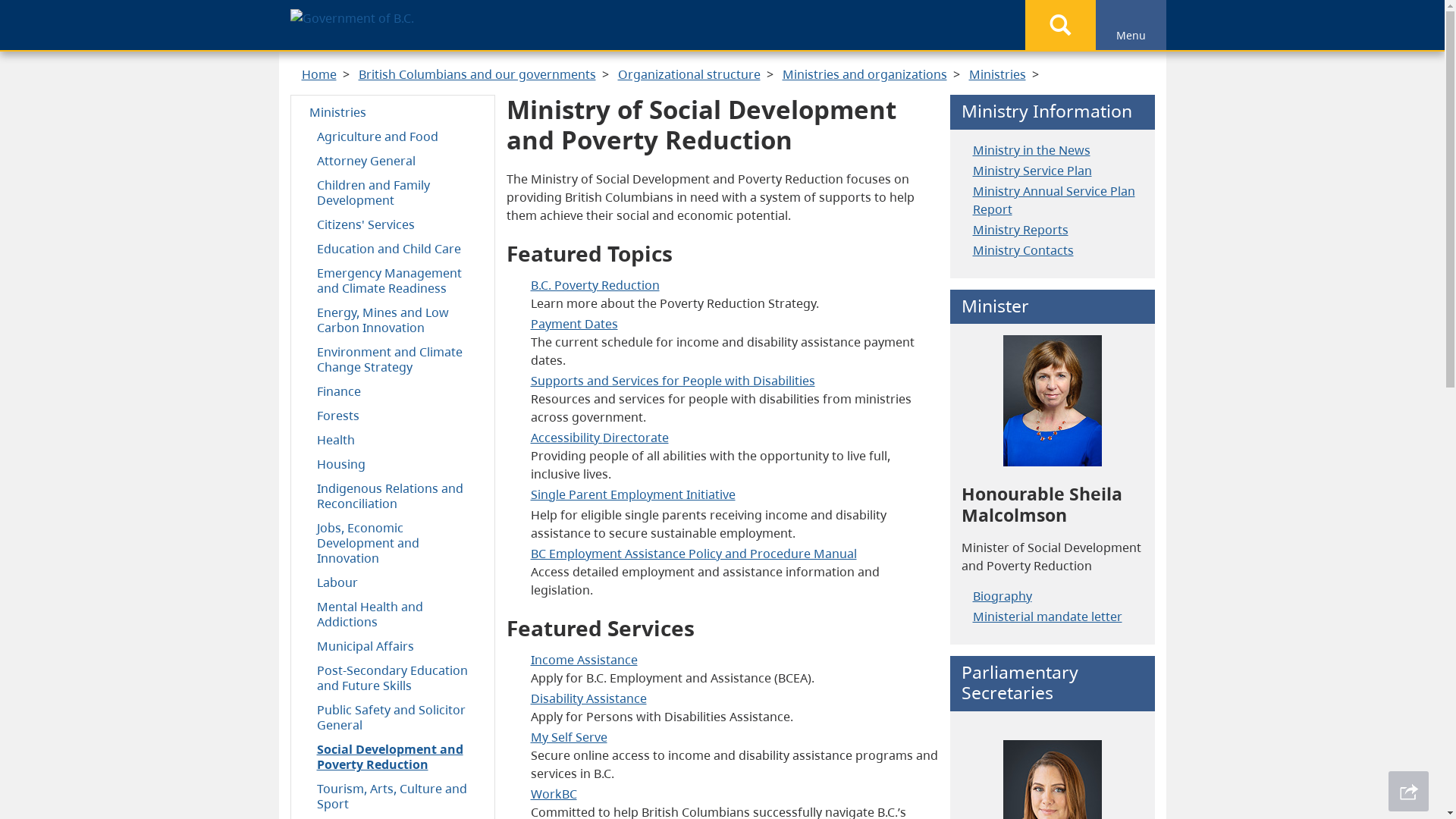  What do you see at coordinates (1031, 170) in the screenshot?
I see `'Ministry Service Plan'` at bounding box center [1031, 170].